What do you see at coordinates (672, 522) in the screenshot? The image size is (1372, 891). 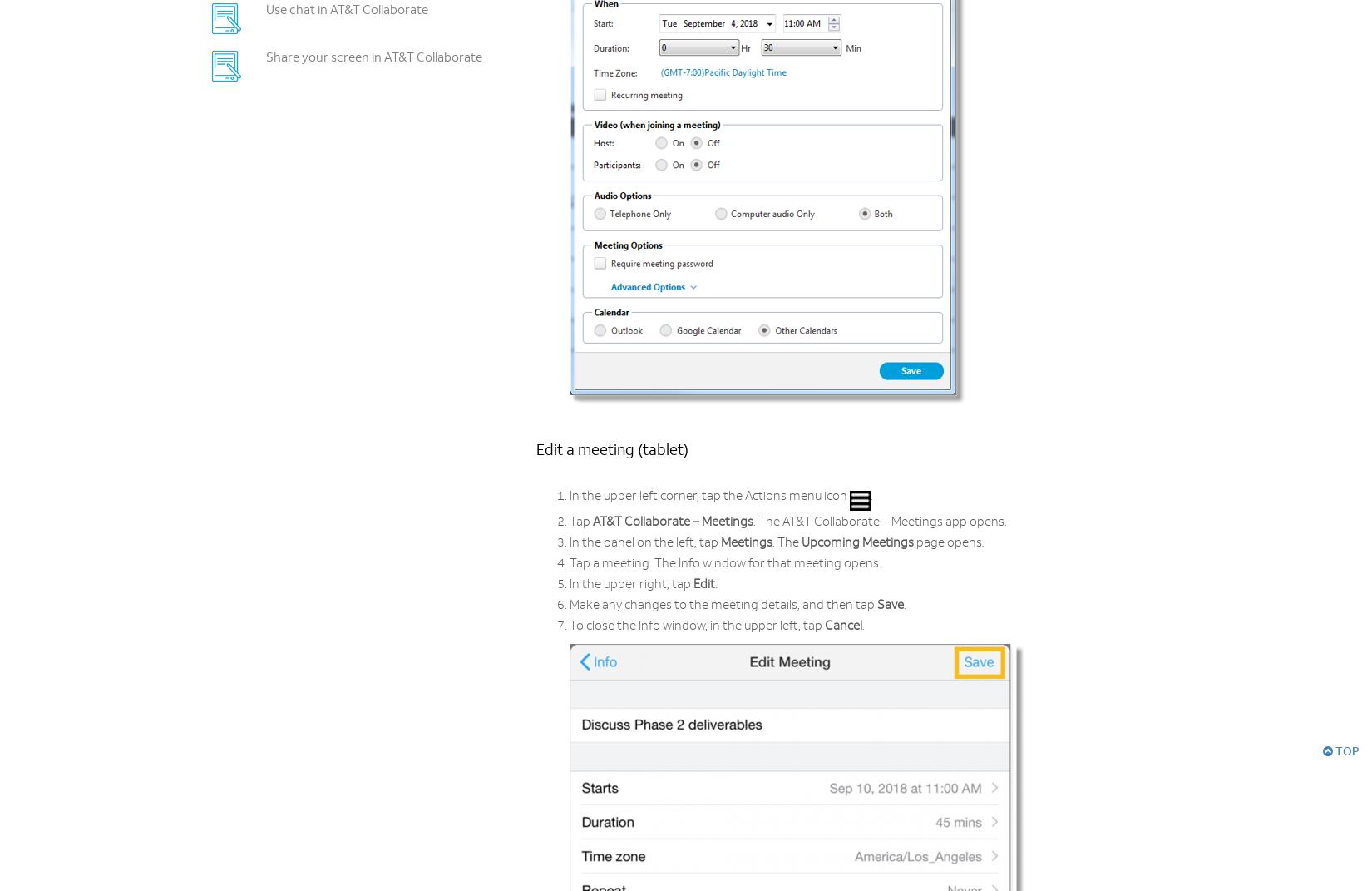 I see `'AT&T Collaborate – Meetings'` at bounding box center [672, 522].